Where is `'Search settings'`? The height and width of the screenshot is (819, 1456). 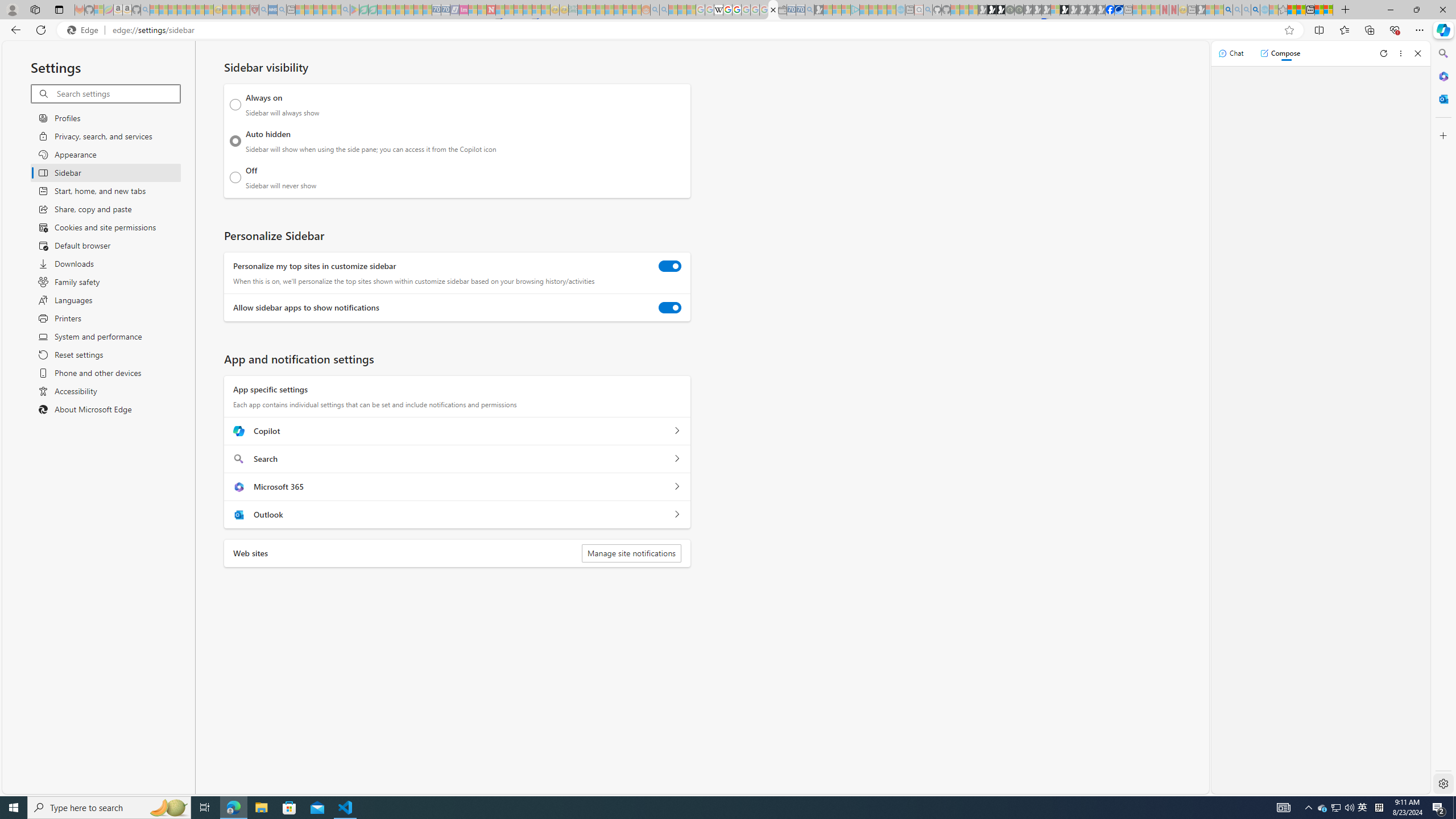 'Search settings' is located at coordinates (118, 93).